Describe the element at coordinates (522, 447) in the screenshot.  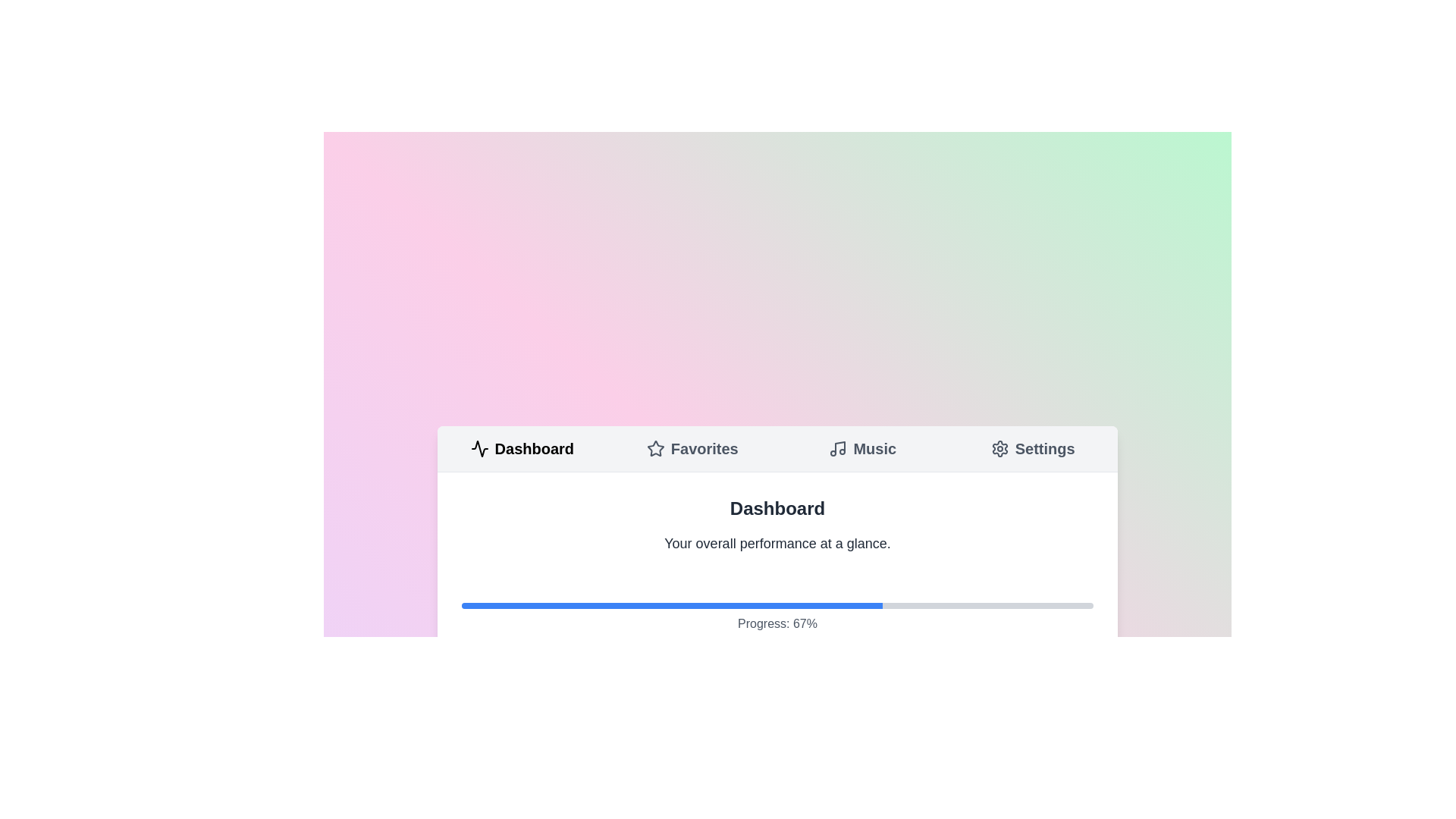
I see `the tab button for Dashboard to observe its state change` at that location.